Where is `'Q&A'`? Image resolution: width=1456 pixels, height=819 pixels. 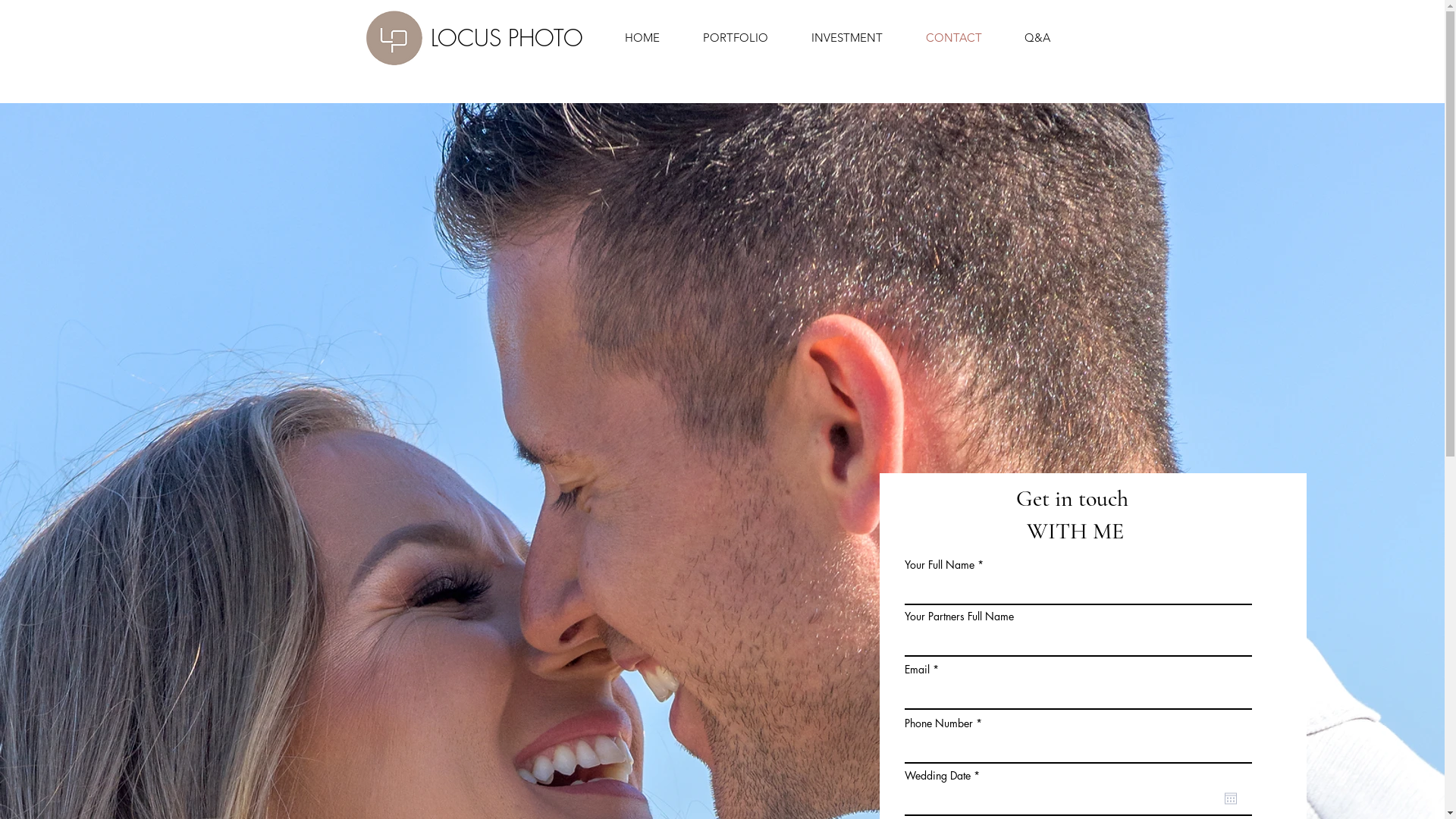
'Q&A' is located at coordinates (1027, 37).